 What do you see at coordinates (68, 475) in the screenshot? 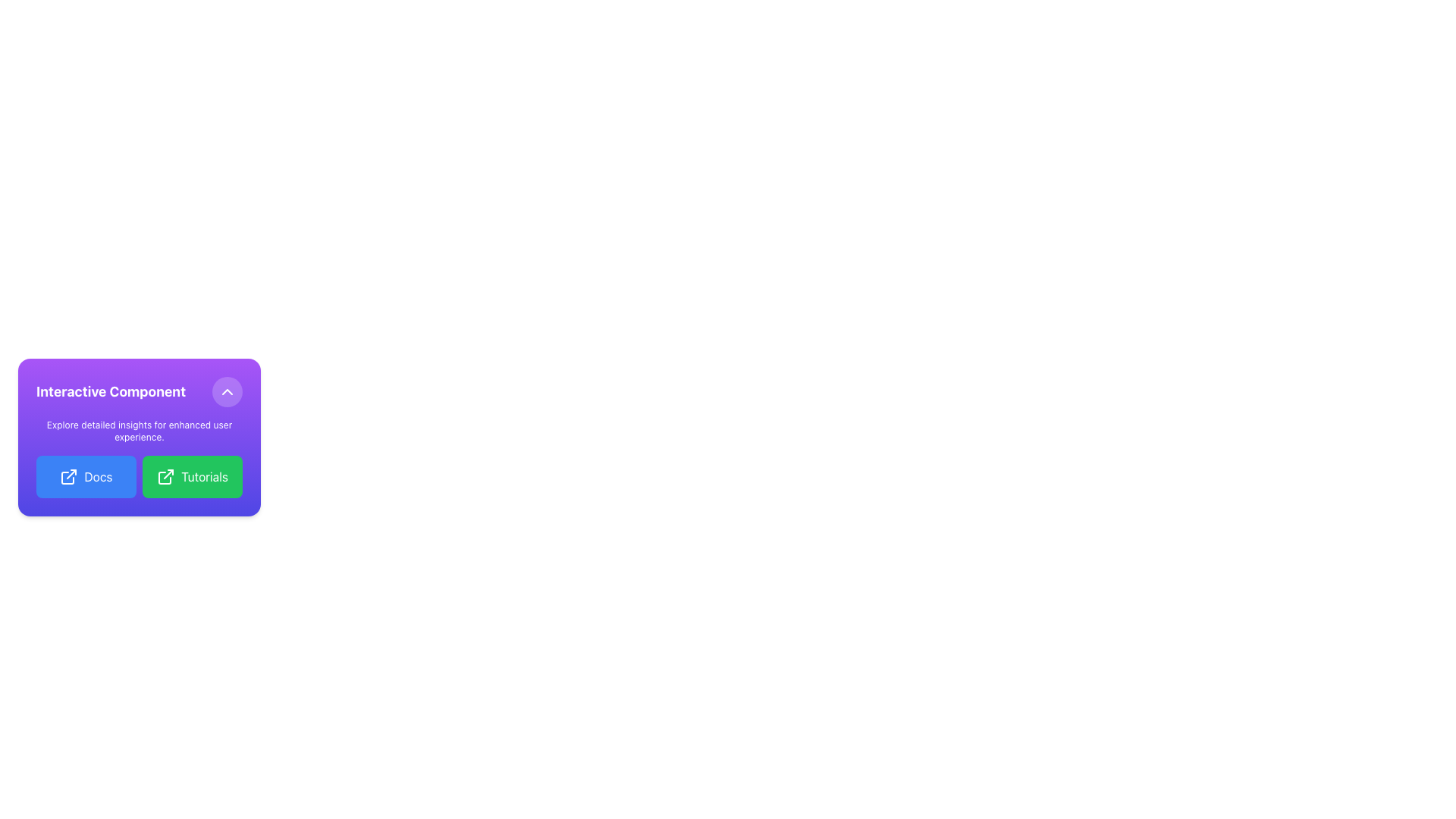
I see `the external link icon located inside the blue 'Docs' button at the lower-left corner of the 'Interactive Component' section` at bounding box center [68, 475].